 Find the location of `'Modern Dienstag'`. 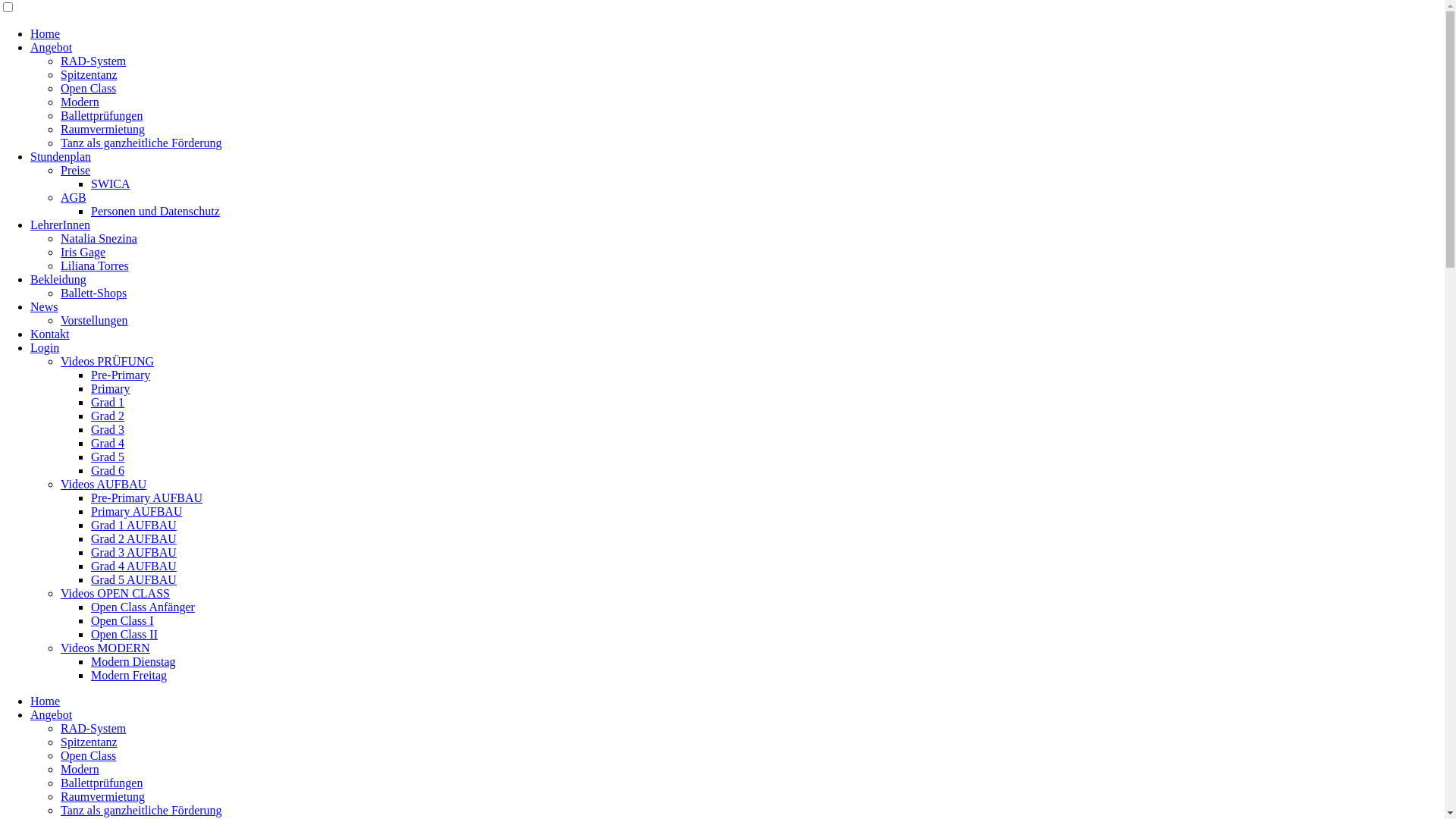

'Modern Dienstag' is located at coordinates (133, 661).